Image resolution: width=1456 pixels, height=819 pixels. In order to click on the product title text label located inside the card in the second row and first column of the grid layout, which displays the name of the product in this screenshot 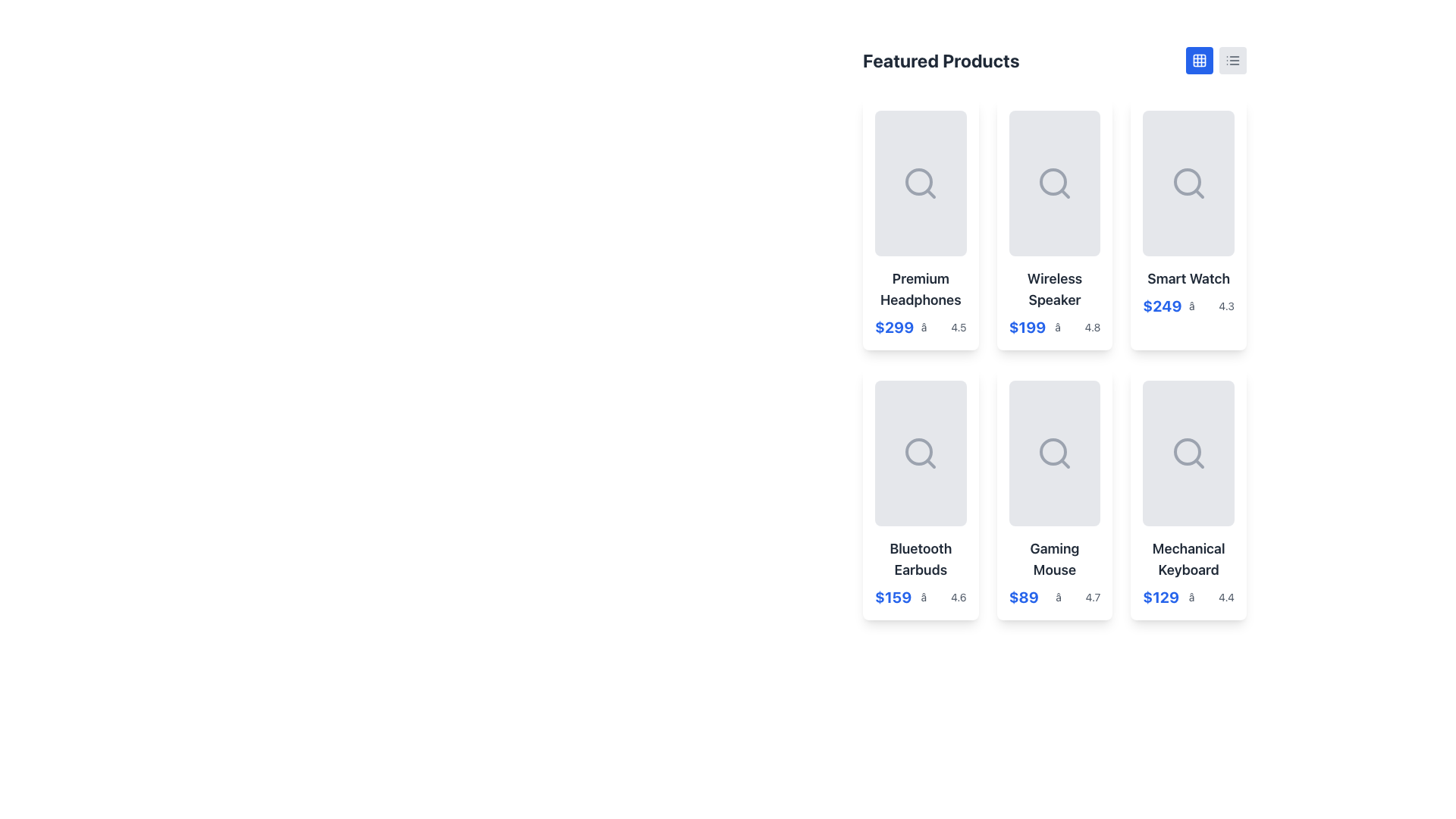, I will do `click(920, 559)`.